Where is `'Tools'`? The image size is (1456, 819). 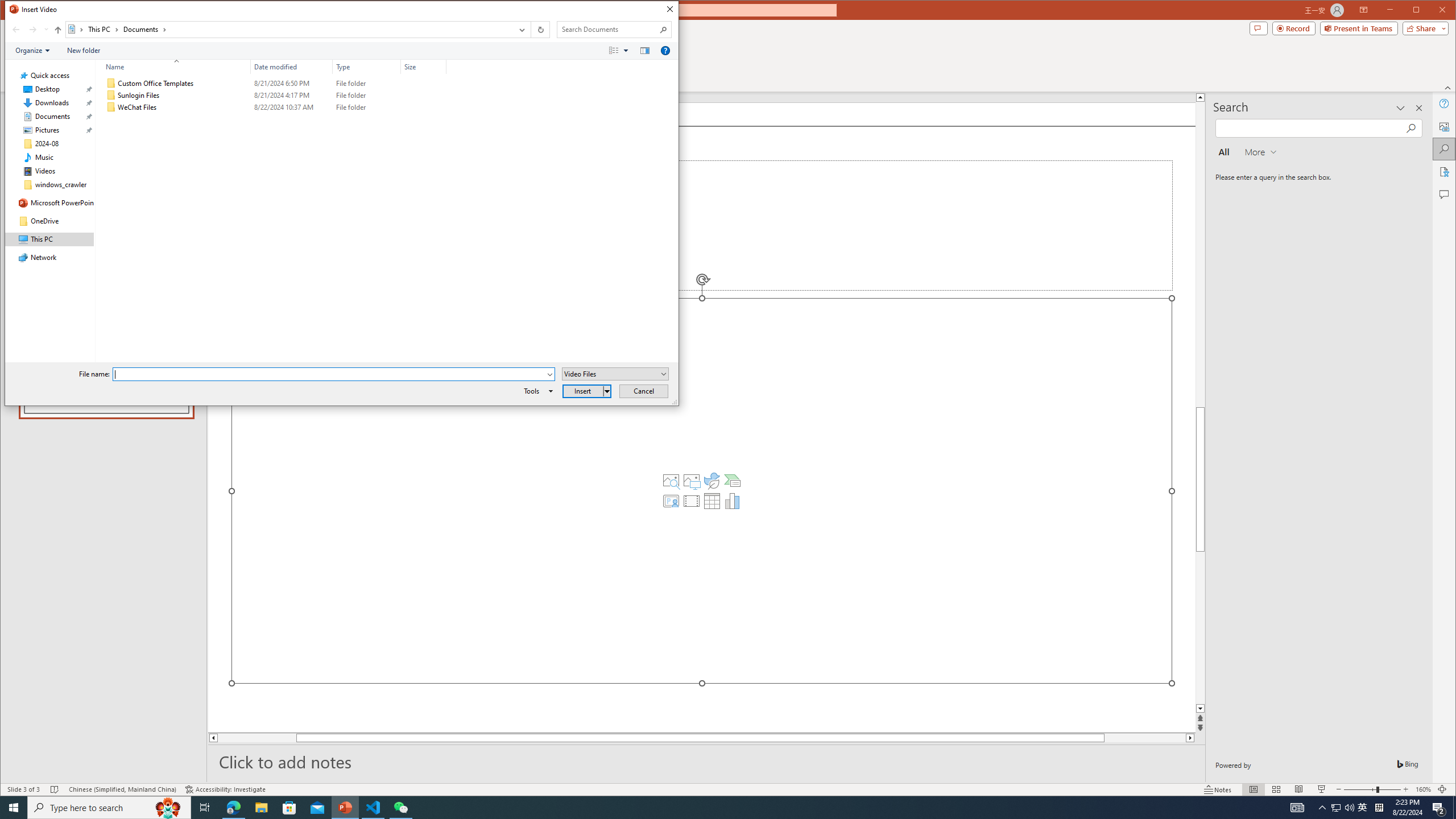 'Tools' is located at coordinates (536, 390).